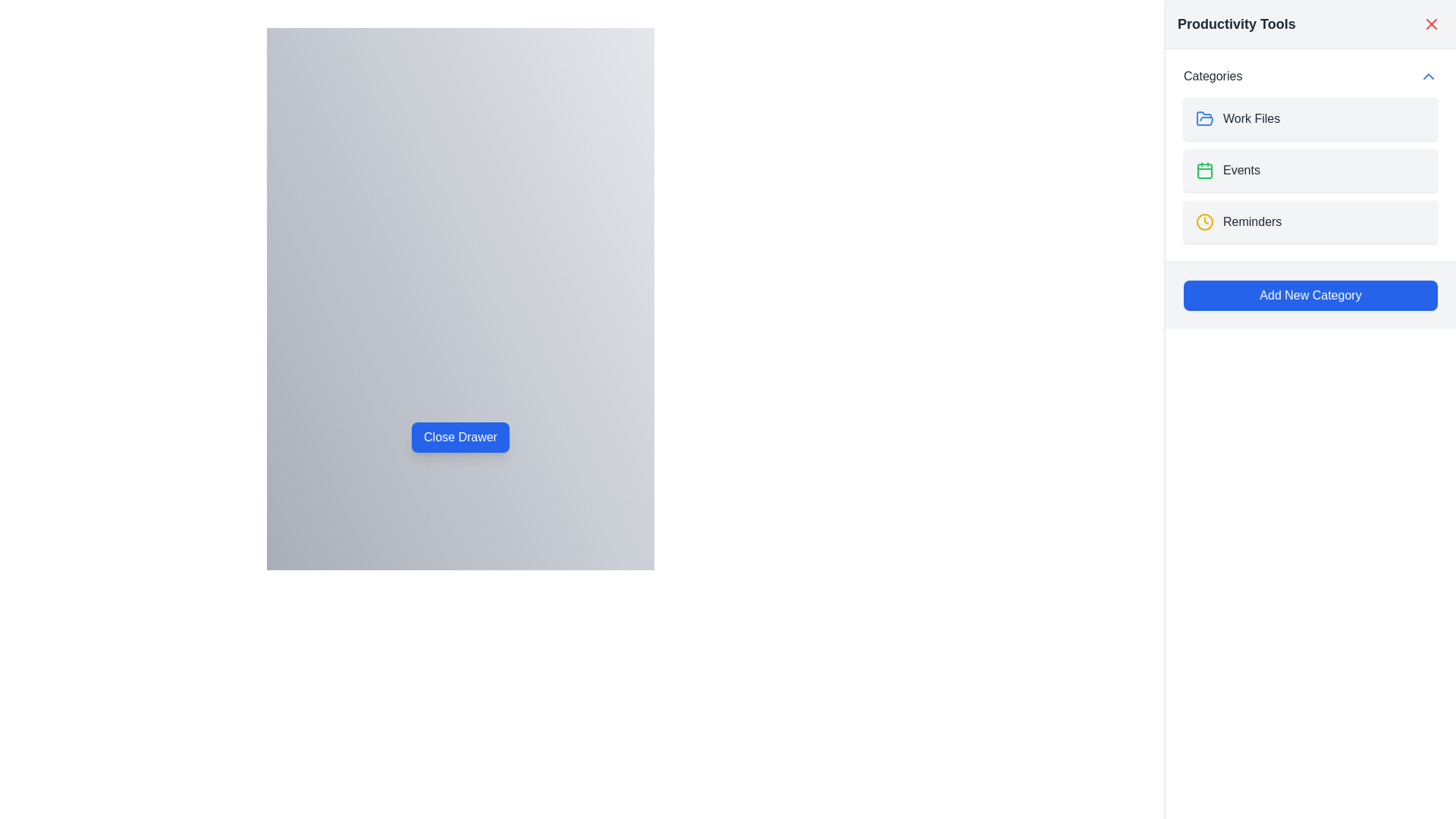  What do you see at coordinates (1430, 24) in the screenshot?
I see `the close button located at the top-right corner of the 'Productivity Tools' panel` at bounding box center [1430, 24].